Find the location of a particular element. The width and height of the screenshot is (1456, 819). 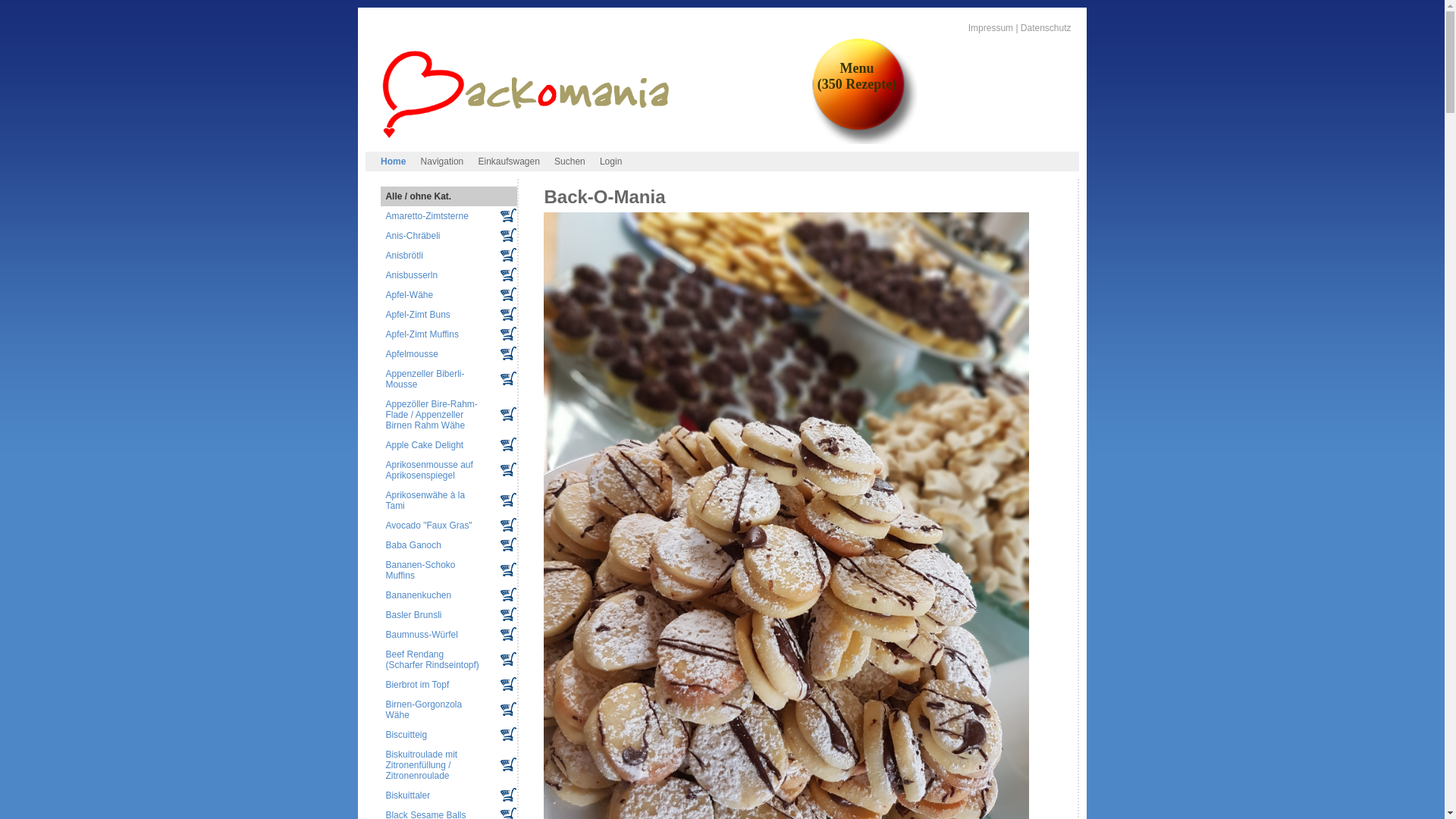

'Aprikosenmousse auf Aprikosenspiegel' is located at coordinates (428, 469).